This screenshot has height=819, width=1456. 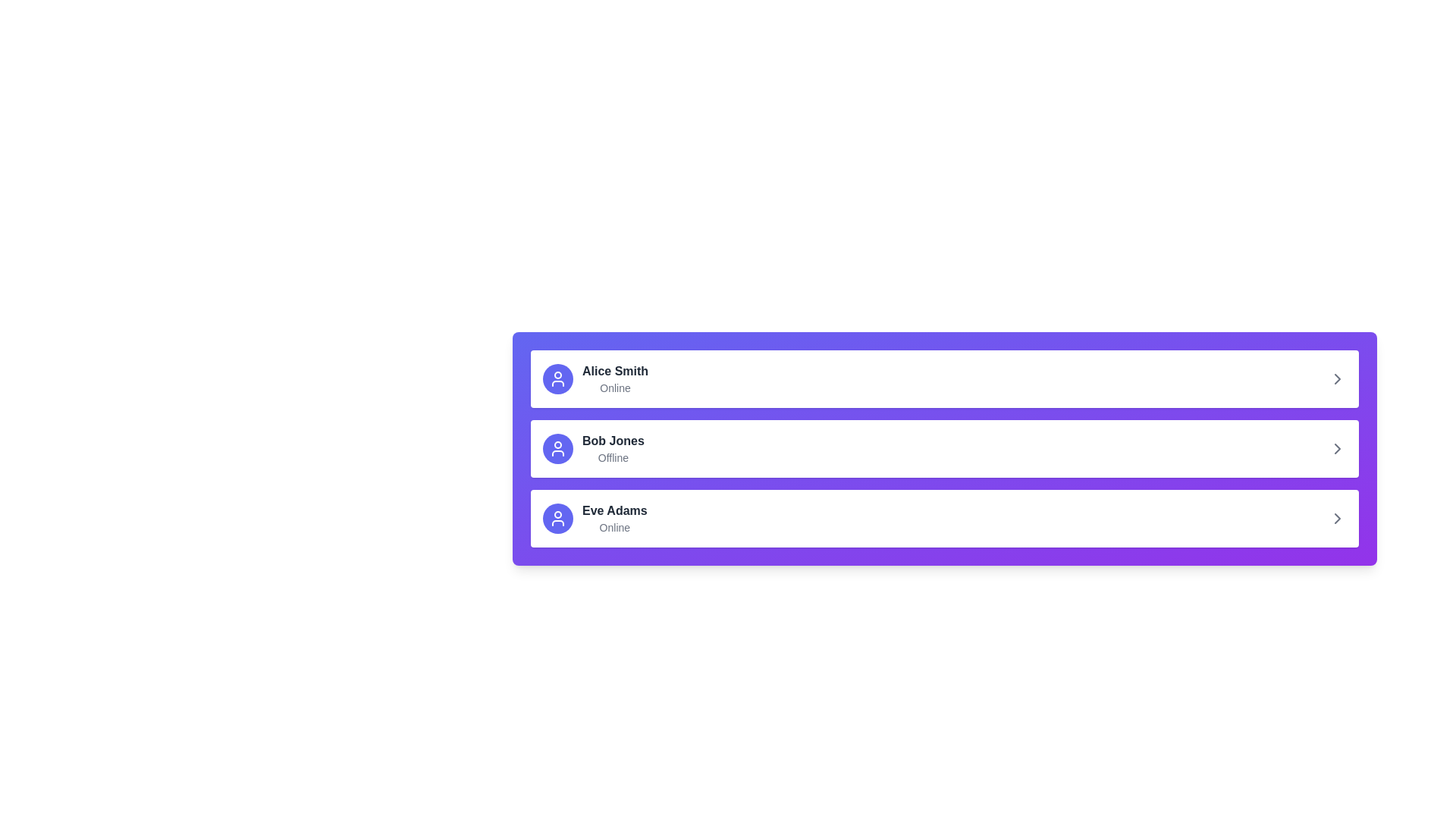 What do you see at coordinates (614, 517) in the screenshot?
I see `the text display component showing the online status of user Eve Adams, located in the third row of the list` at bounding box center [614, 517].